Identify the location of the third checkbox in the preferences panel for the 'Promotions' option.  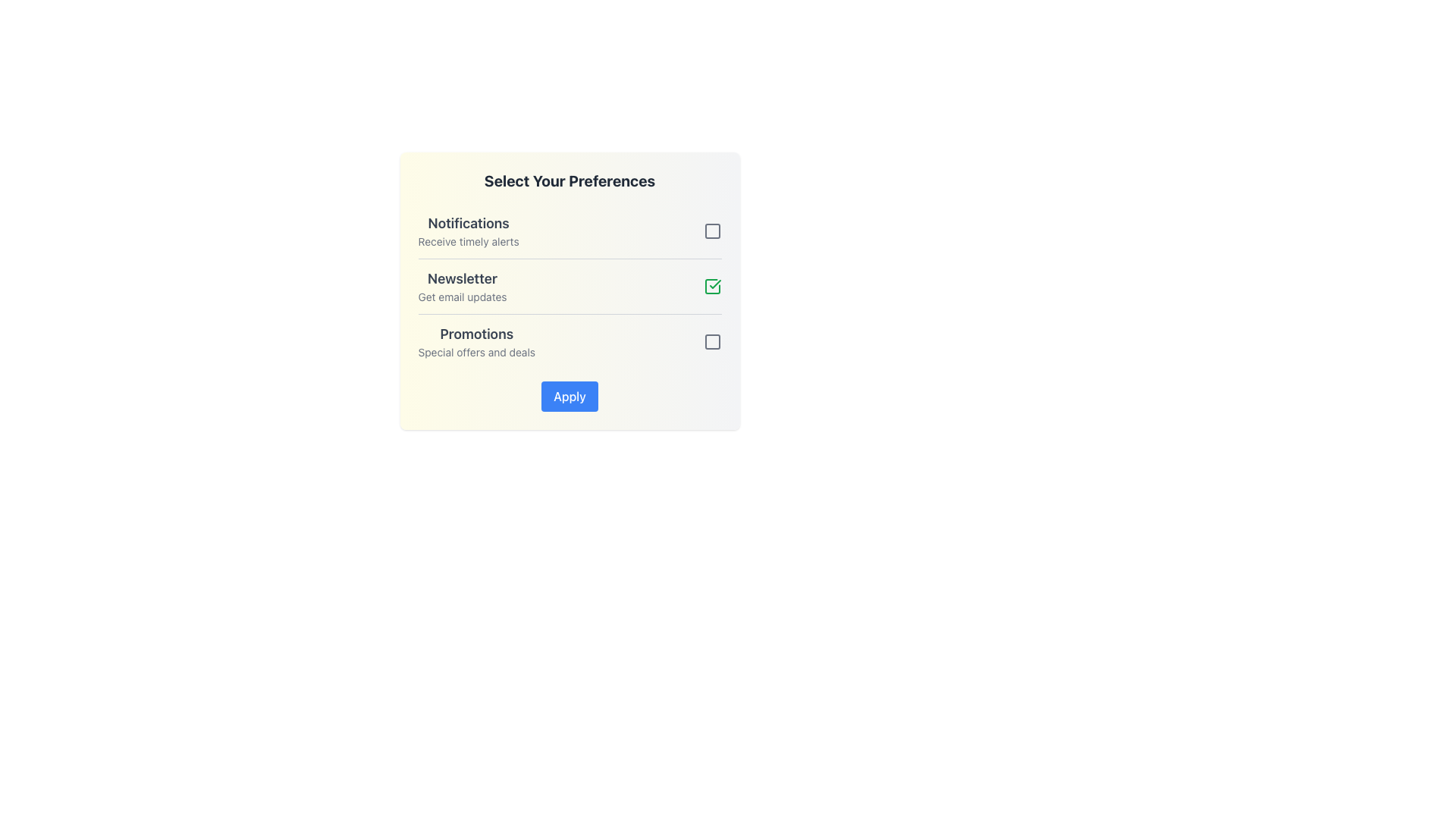
(711, 342).